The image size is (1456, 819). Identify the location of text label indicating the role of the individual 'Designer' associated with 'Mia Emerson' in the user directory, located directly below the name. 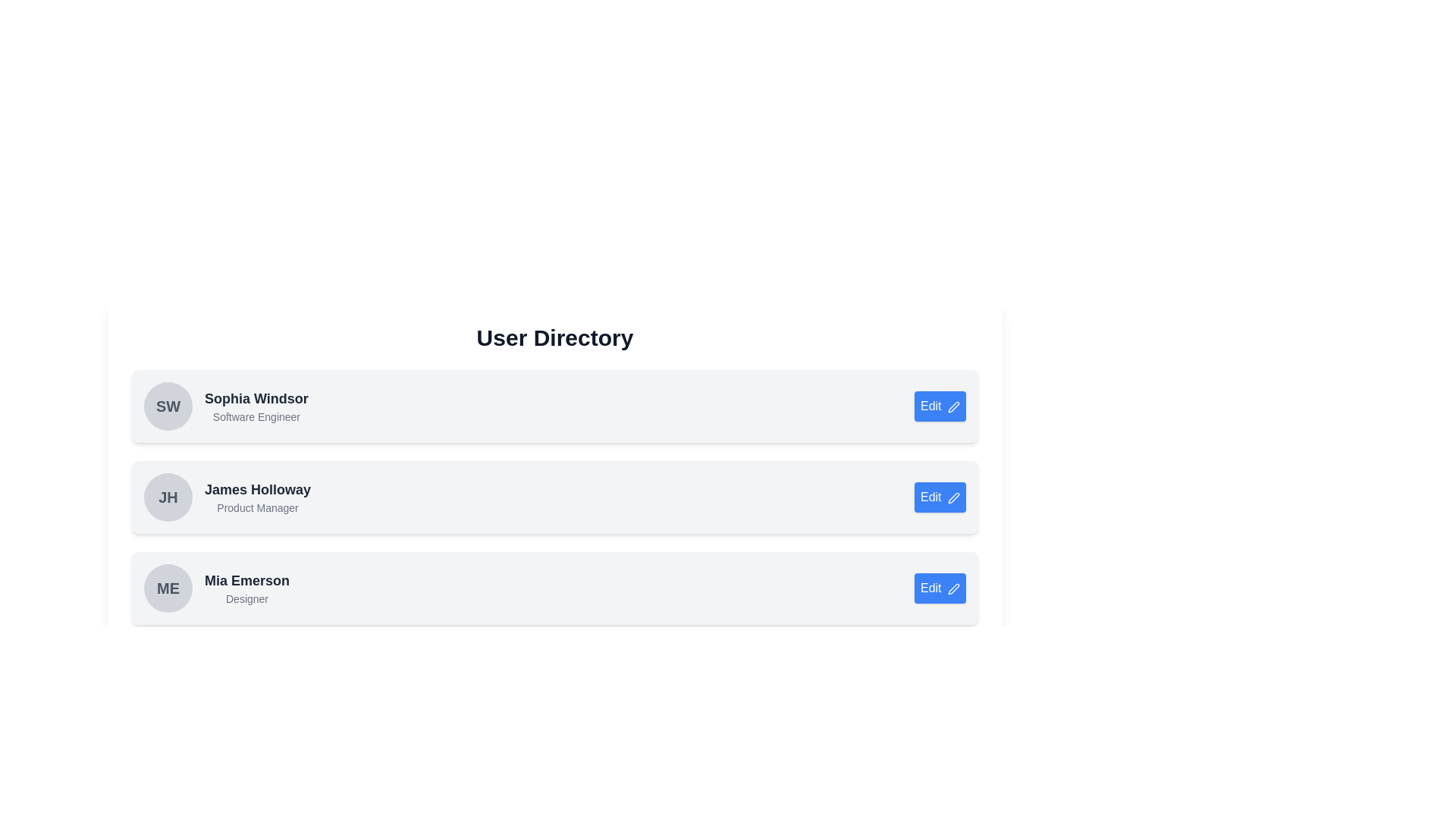
(247, 598).